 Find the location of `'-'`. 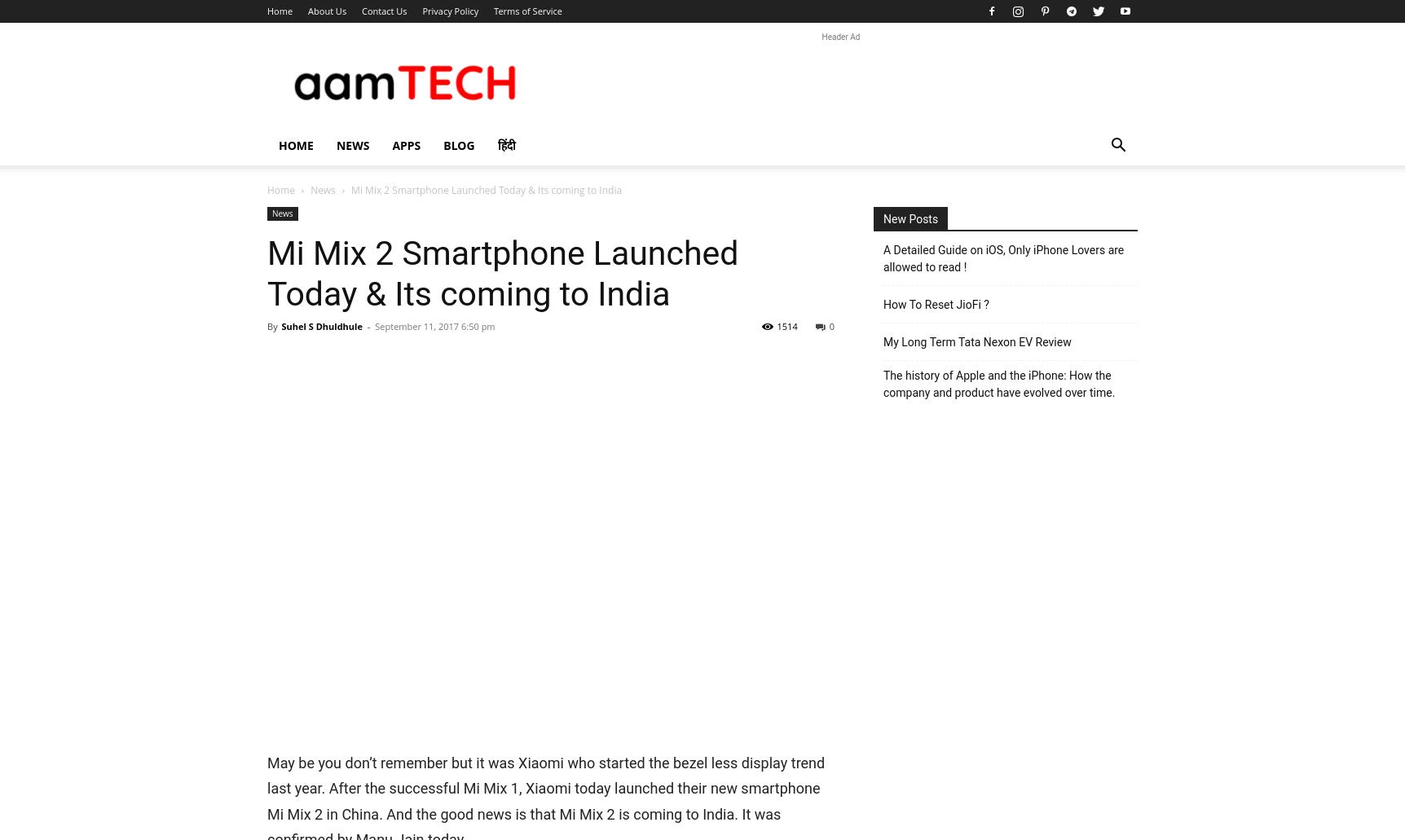

'-' is located at coordinates (367, 325).